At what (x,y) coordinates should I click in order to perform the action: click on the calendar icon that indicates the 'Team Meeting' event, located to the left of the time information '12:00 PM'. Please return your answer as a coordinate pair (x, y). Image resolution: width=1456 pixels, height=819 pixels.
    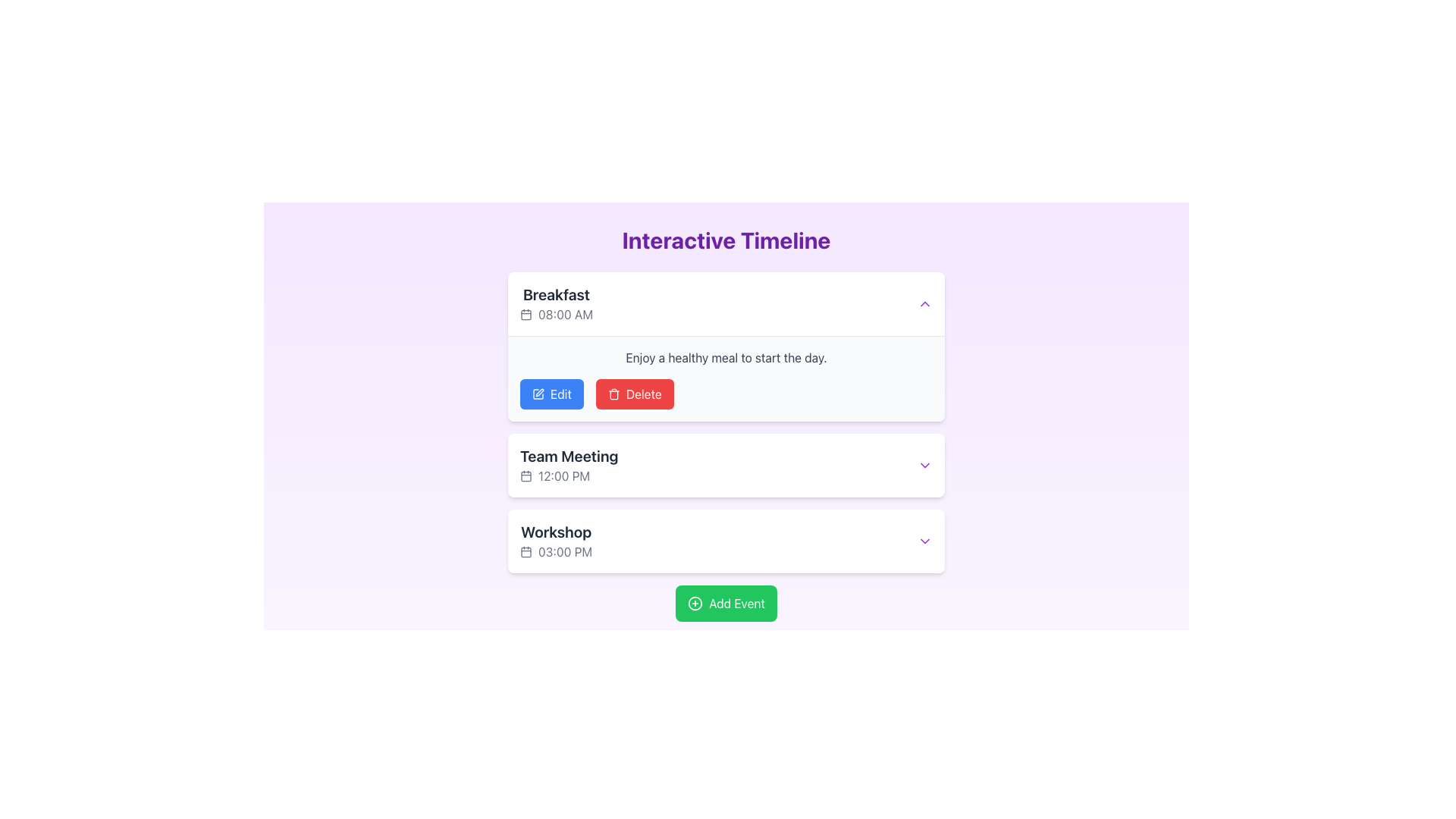
    Looking at the image, I should click on (526, 475).